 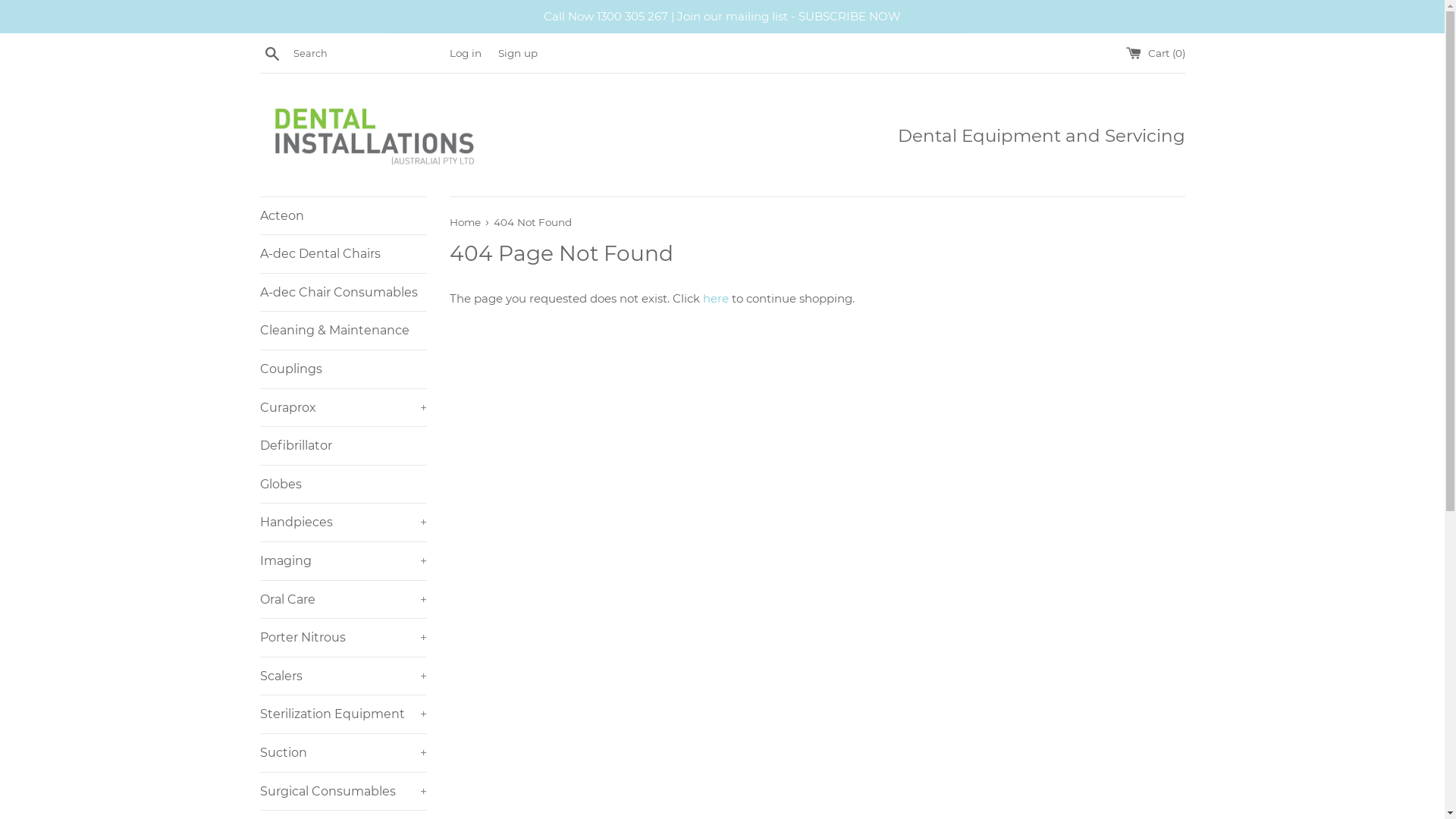 I want to click on 'Globes', so click(x=341, y=485).